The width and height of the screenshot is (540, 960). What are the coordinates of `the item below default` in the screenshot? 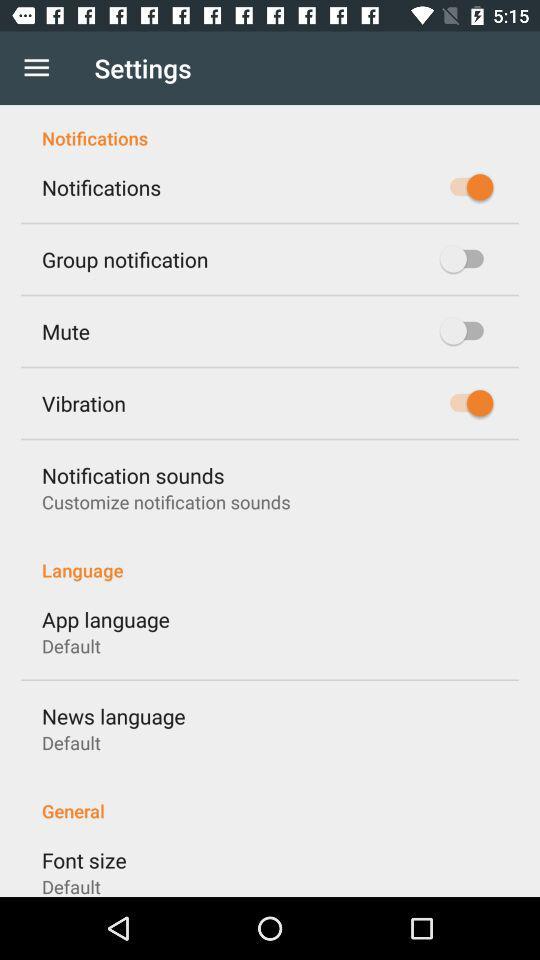 It's located at (270, 800).